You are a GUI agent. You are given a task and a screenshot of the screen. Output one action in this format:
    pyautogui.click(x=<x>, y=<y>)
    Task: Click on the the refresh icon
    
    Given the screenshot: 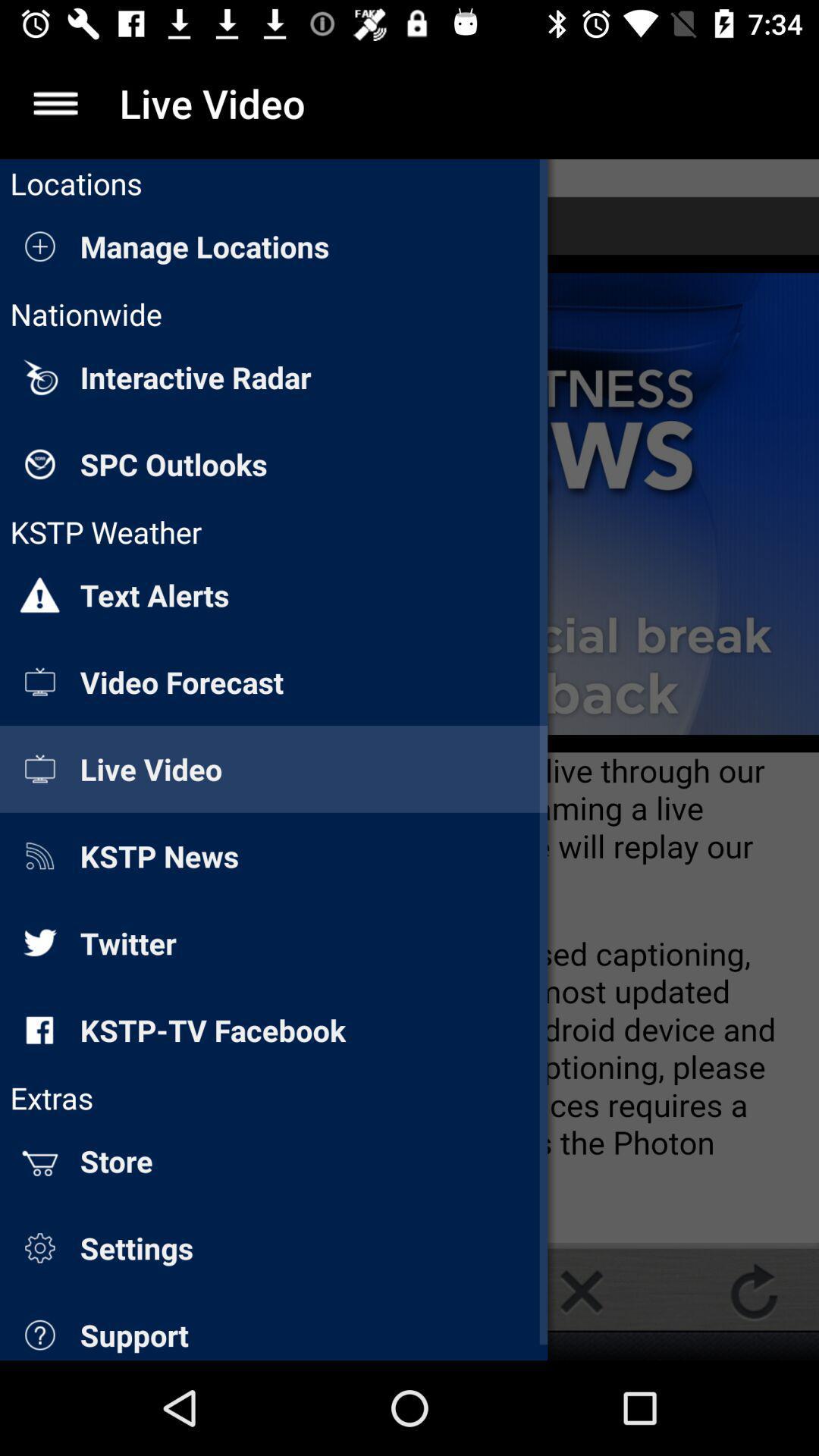 What is the action you would take?
    pyautogui.click(x=754, y=1291)
    